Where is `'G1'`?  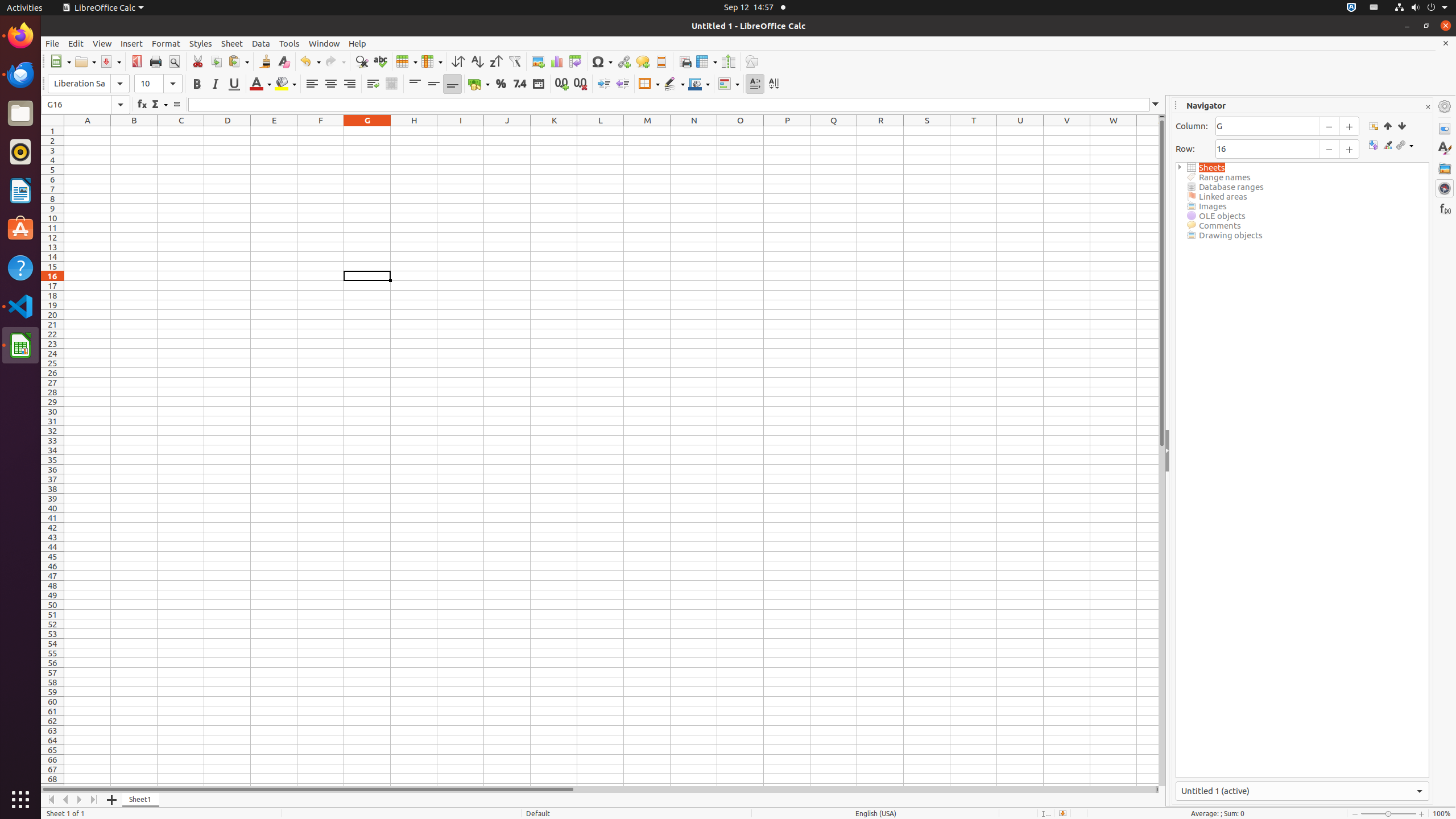 'G1' is located at coordinates (366, 130).